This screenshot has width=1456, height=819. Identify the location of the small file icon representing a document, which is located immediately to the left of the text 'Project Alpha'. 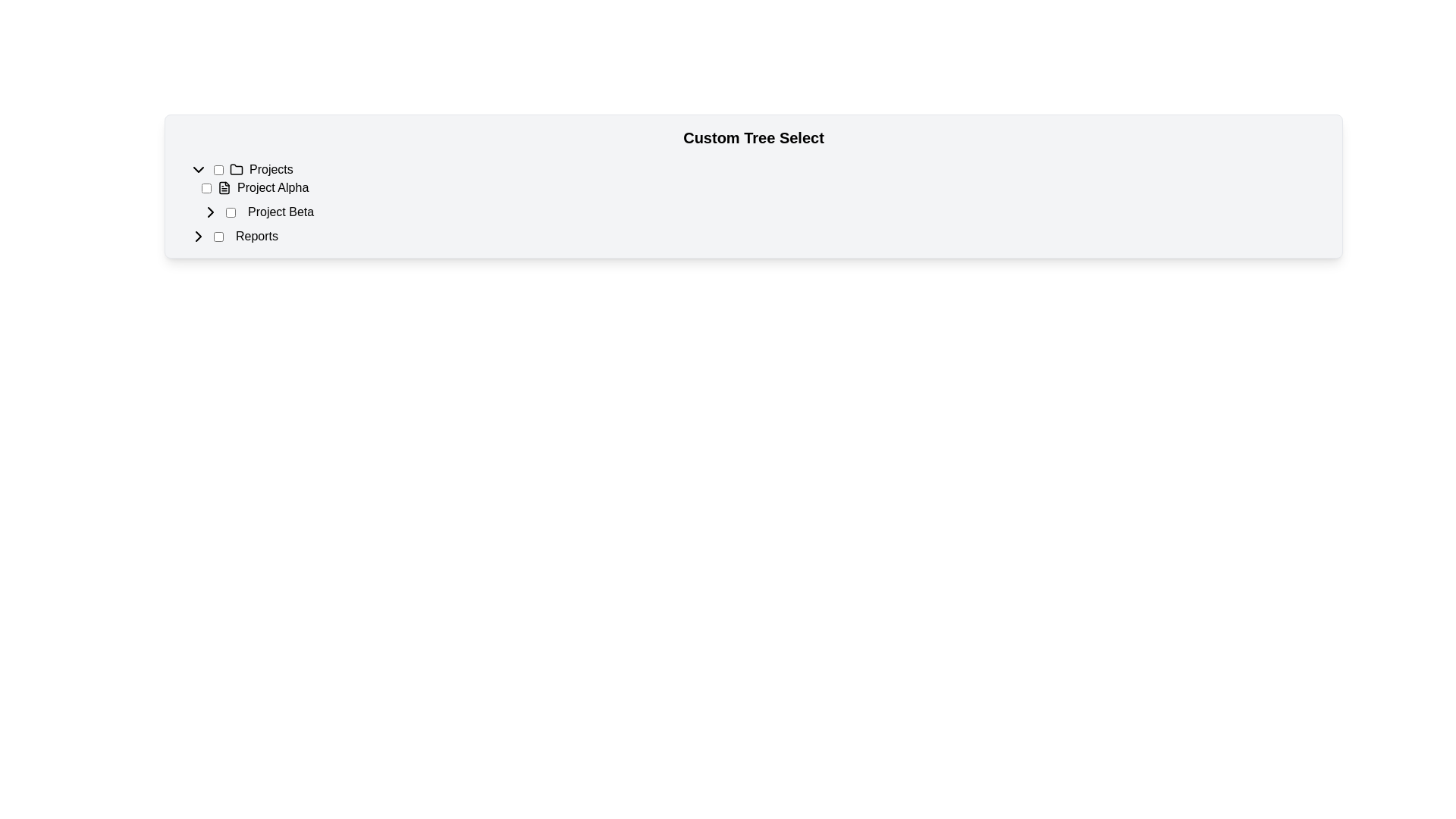
(224, 187).